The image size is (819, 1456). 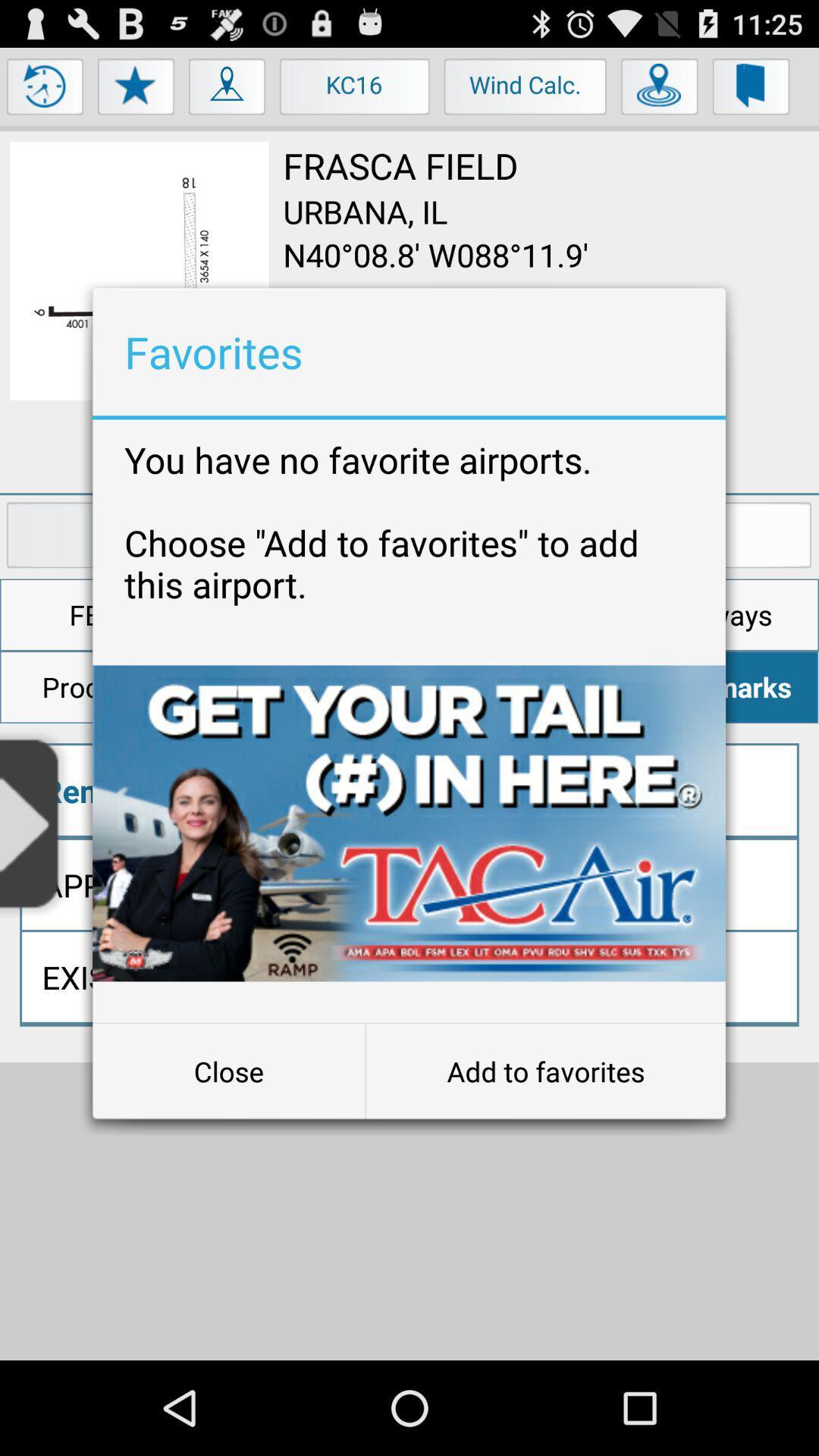 What do you see at coordinates (408, 822) in the screenshot?
I see `item below you have no` at bounding box center [408, 822].